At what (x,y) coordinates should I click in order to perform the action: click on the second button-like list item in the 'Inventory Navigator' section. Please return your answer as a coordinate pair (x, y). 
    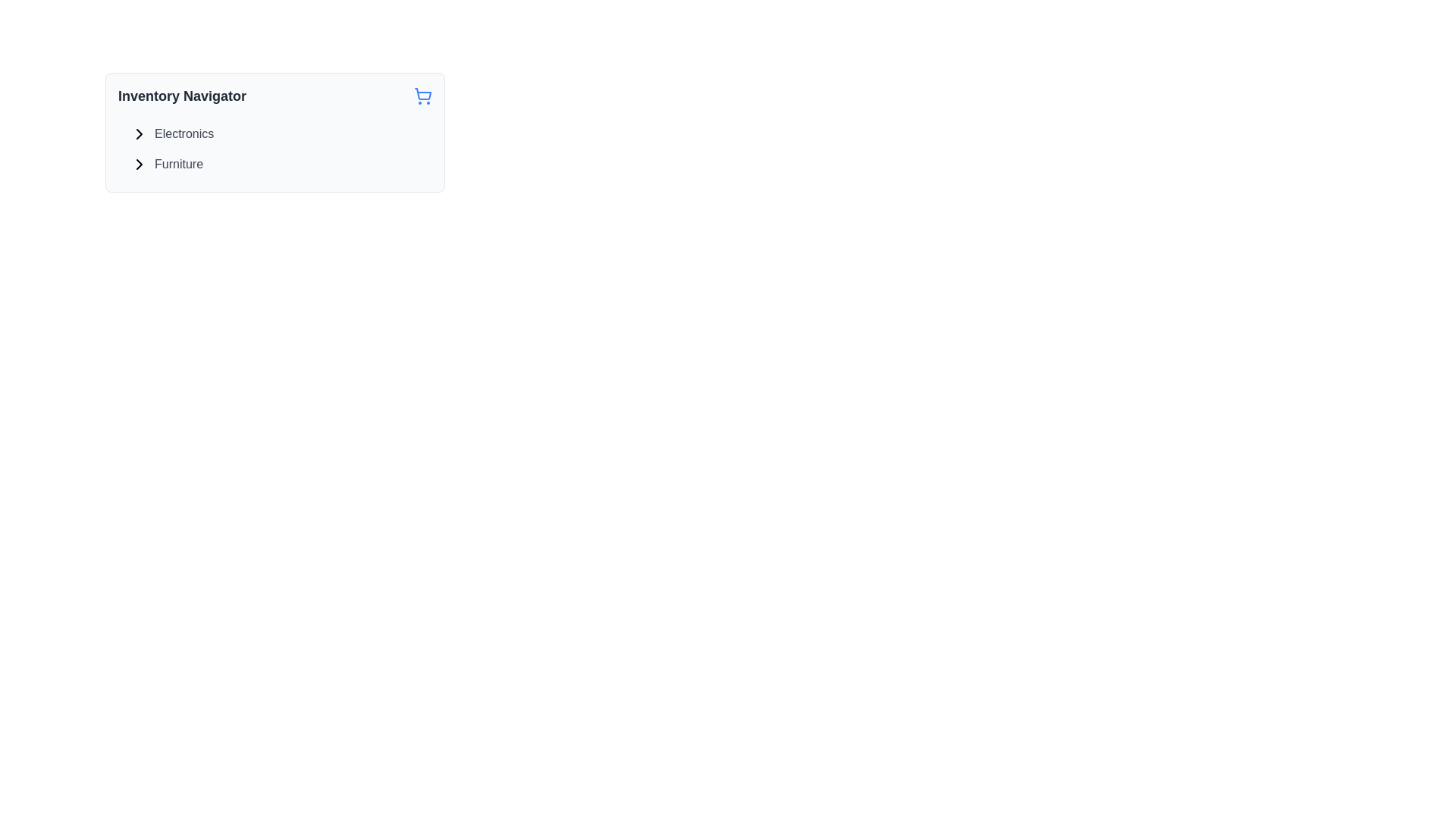
    Looking at the image, I should click on (167, 164).